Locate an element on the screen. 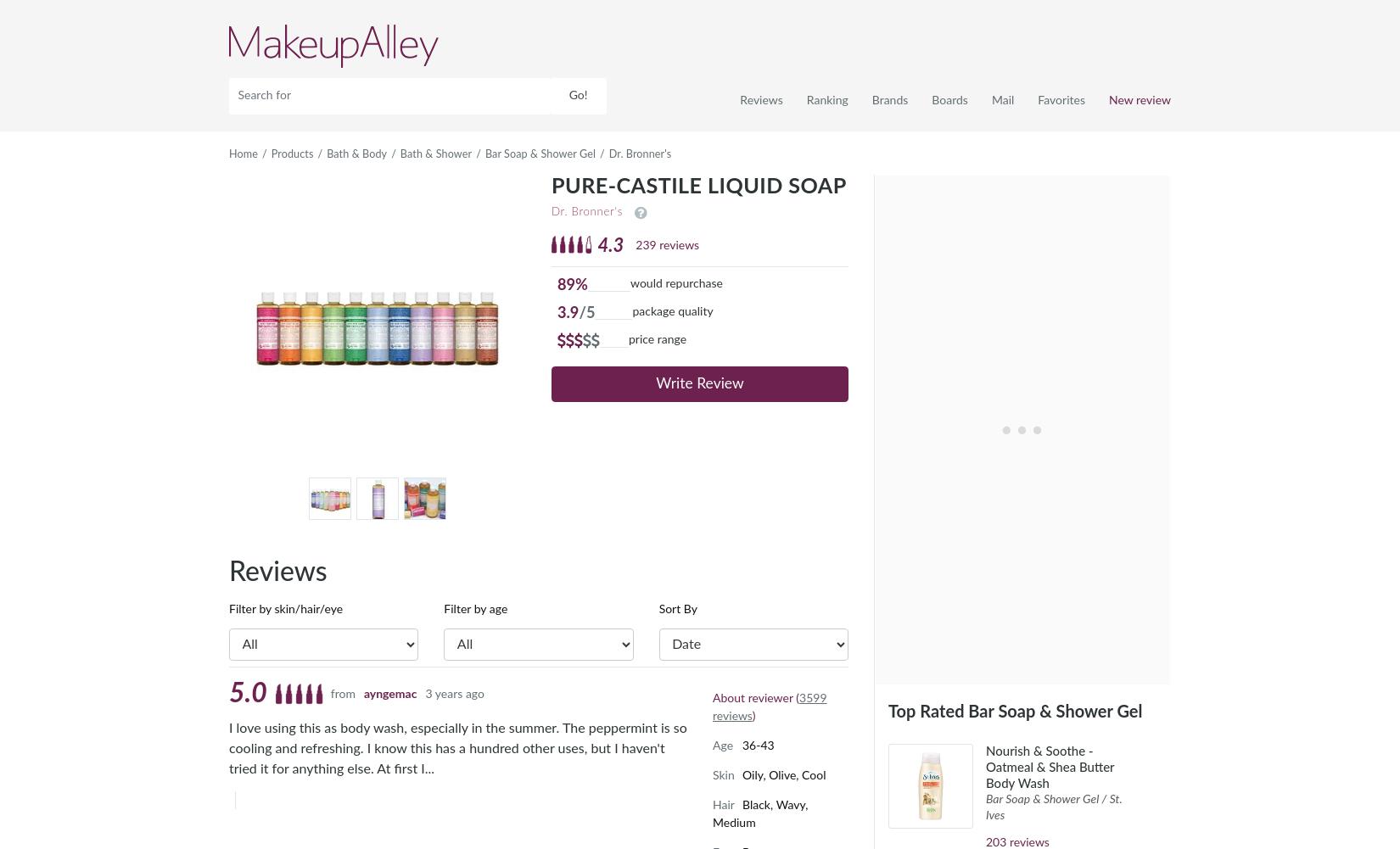 Image resolution: width=1400 pixels, height=849 pixels. 'package quality' is located at coordinates (671, 310).